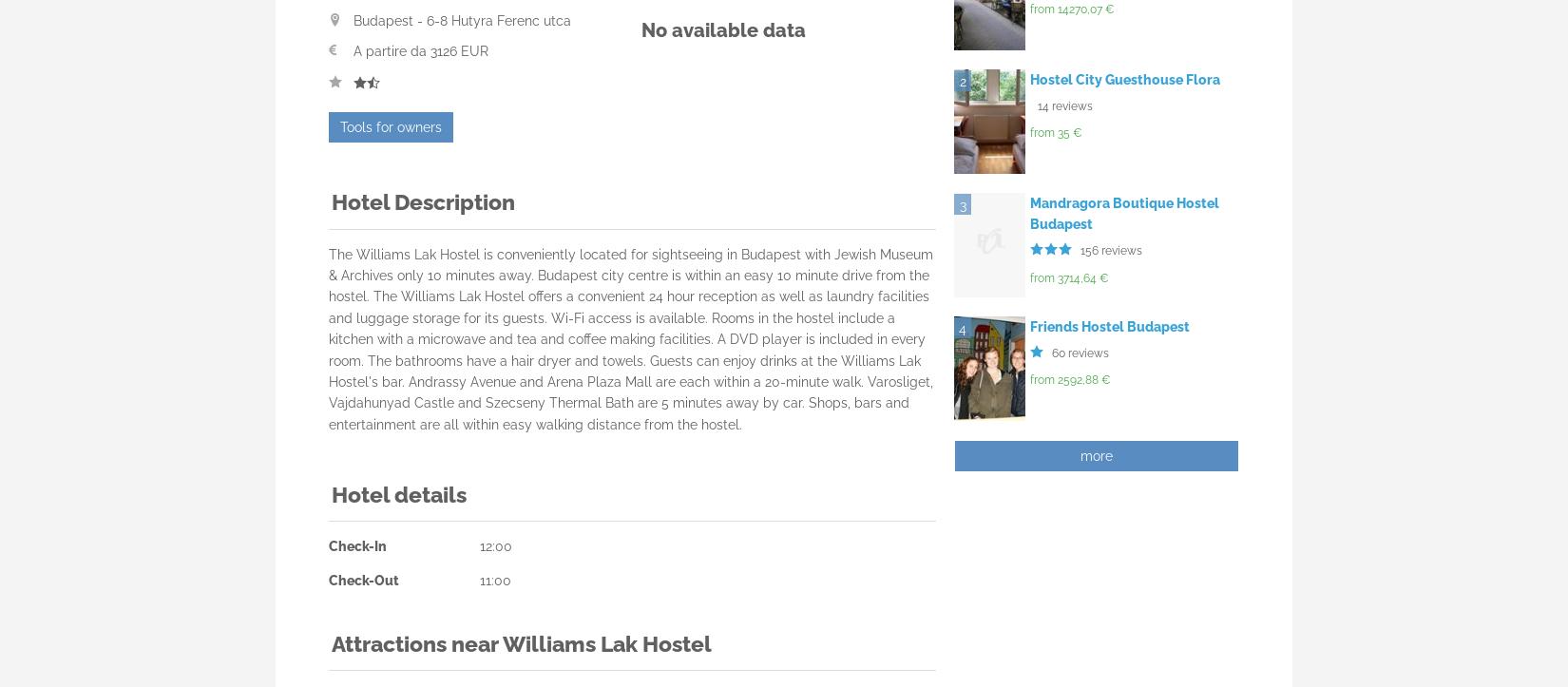  Describe the element at coordinates (461, 20) in the screenshot. I see `'Budapest  - 6-8 Hutyra Ferenc utca'` at that location.